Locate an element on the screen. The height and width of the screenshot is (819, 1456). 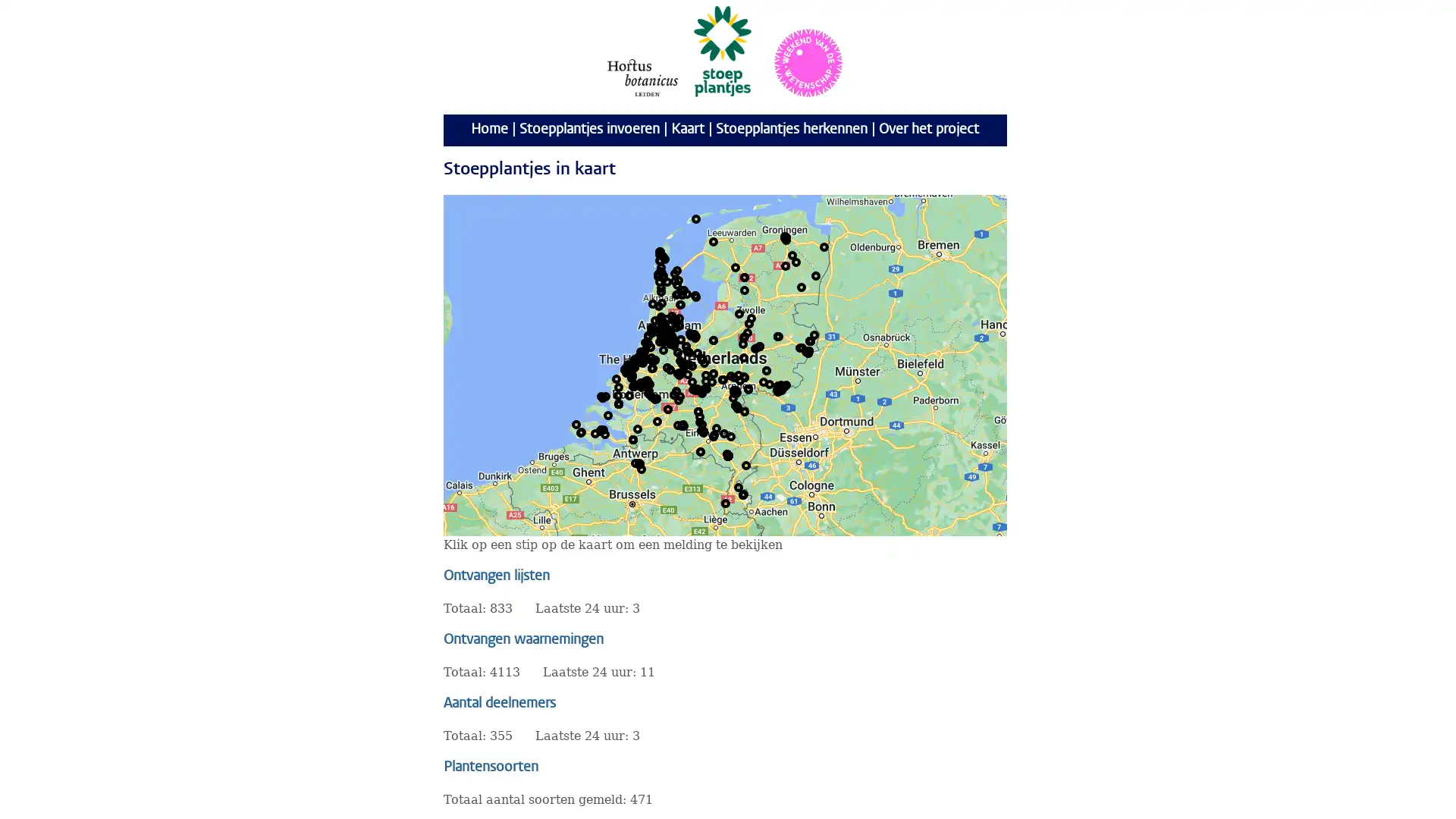
Telling van Linn op 14 april 2022 is located at coordinates (669, 333).